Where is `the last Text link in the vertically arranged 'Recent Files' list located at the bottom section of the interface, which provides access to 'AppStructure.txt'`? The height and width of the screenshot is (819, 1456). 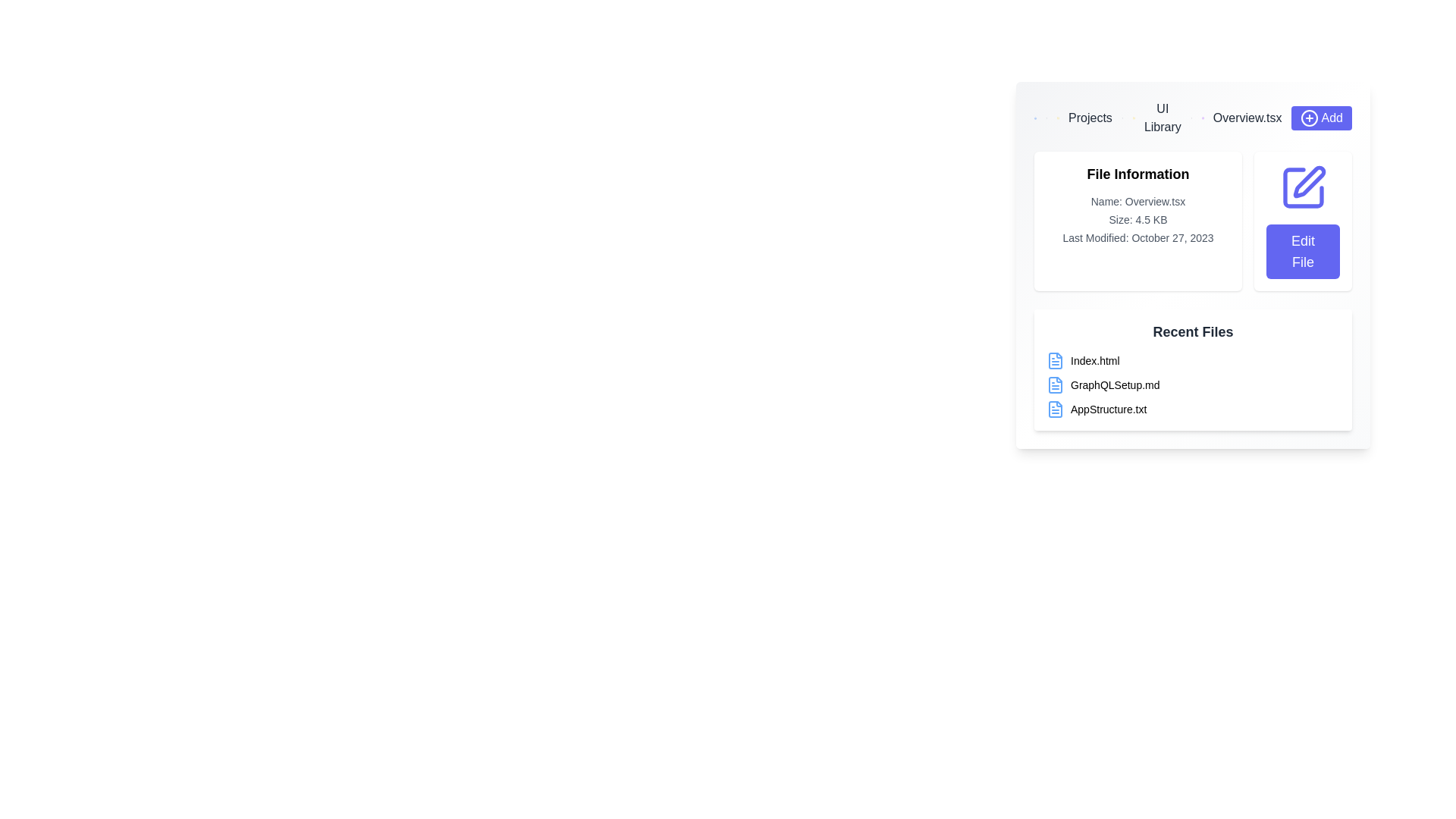
the last Text link in the vertically arranged 'Recent Files' list located at the bottom section of the interface, which provides access to 'AppStructure.txt' is located at coordinates (1109, 409).